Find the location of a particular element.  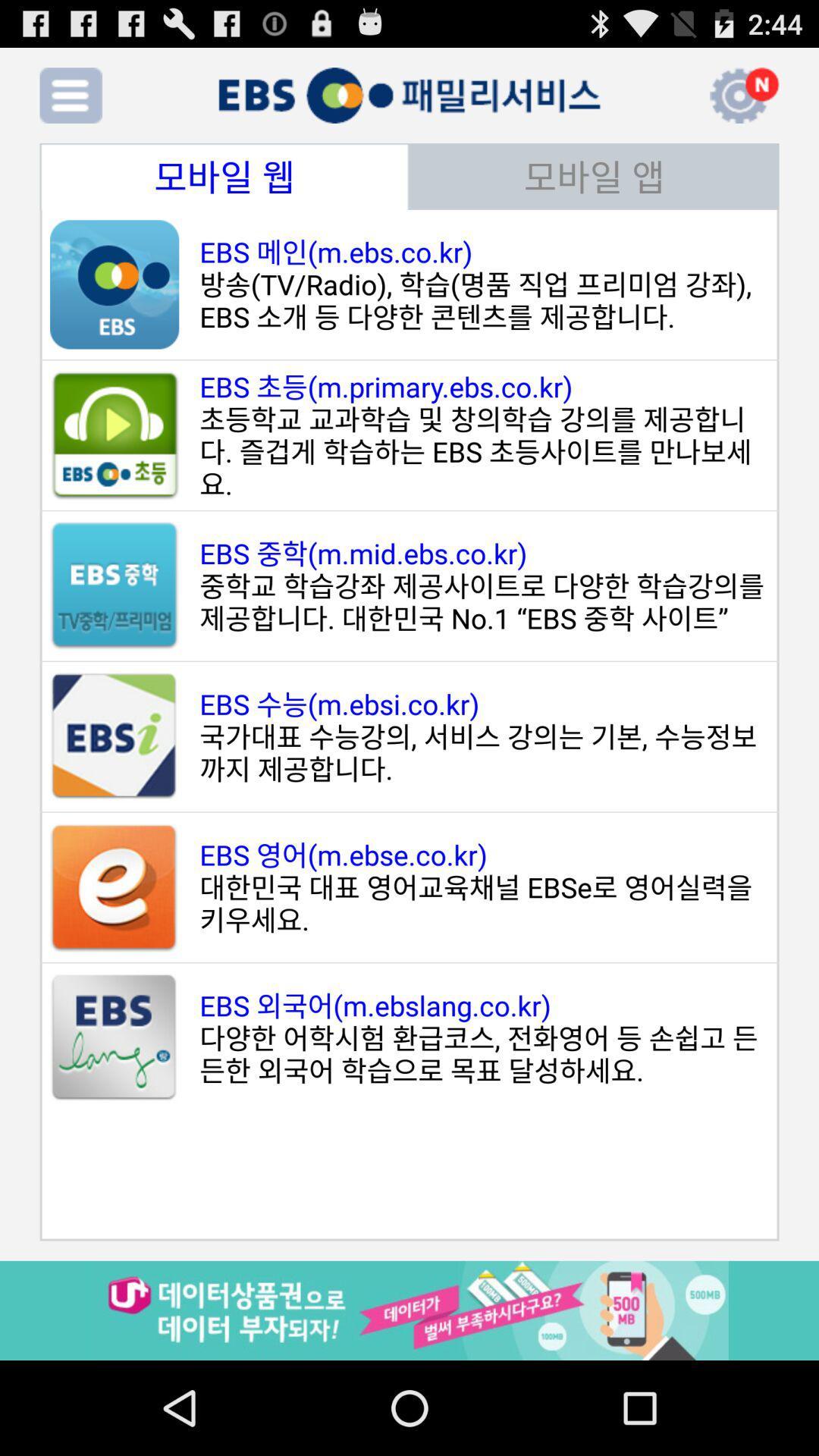

the add icon is located at coordinates (127, 101).